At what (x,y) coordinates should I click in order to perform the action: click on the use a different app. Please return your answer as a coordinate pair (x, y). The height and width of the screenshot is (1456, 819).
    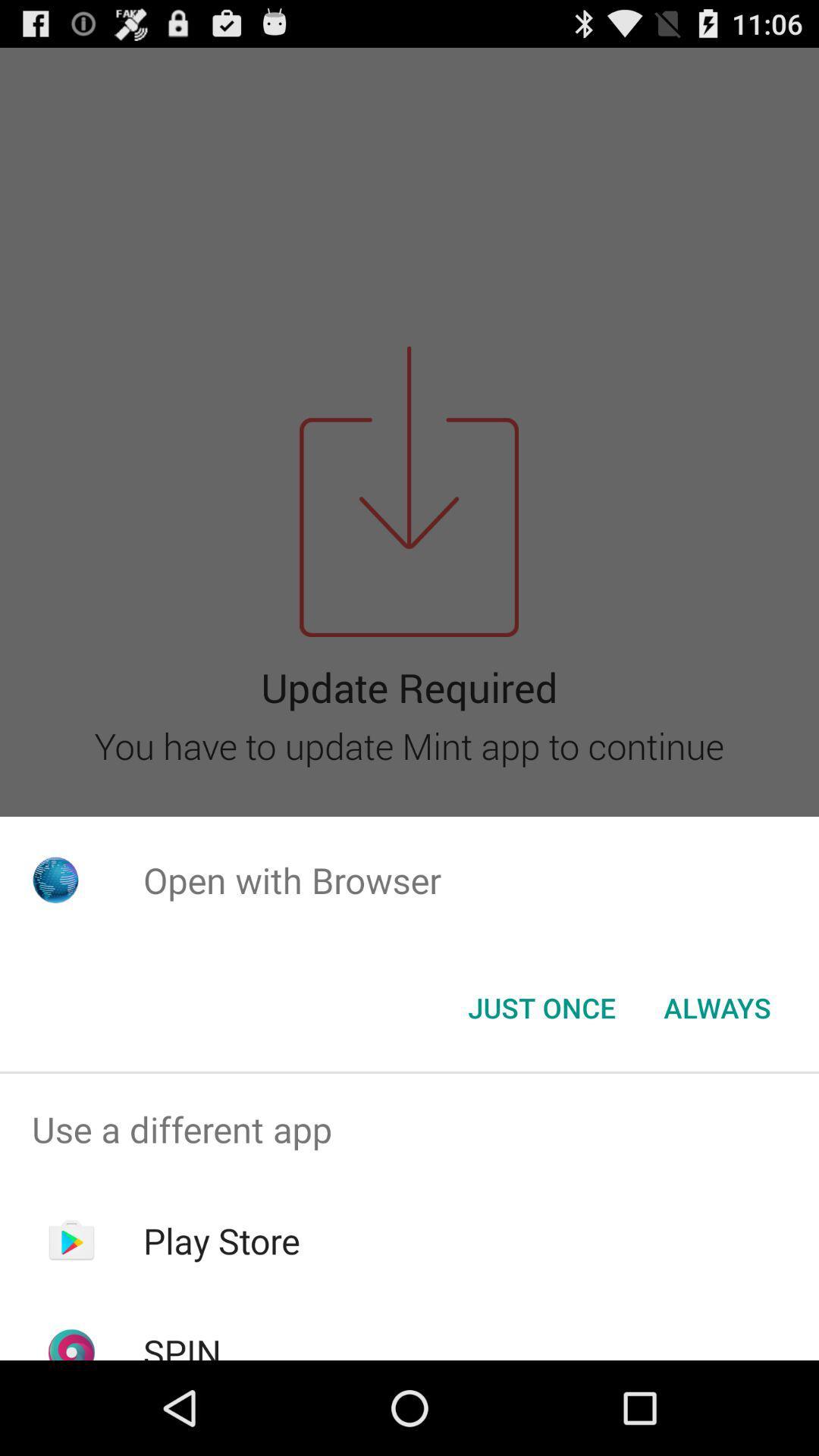
    Looking at the image, I should click on (409, 1129).